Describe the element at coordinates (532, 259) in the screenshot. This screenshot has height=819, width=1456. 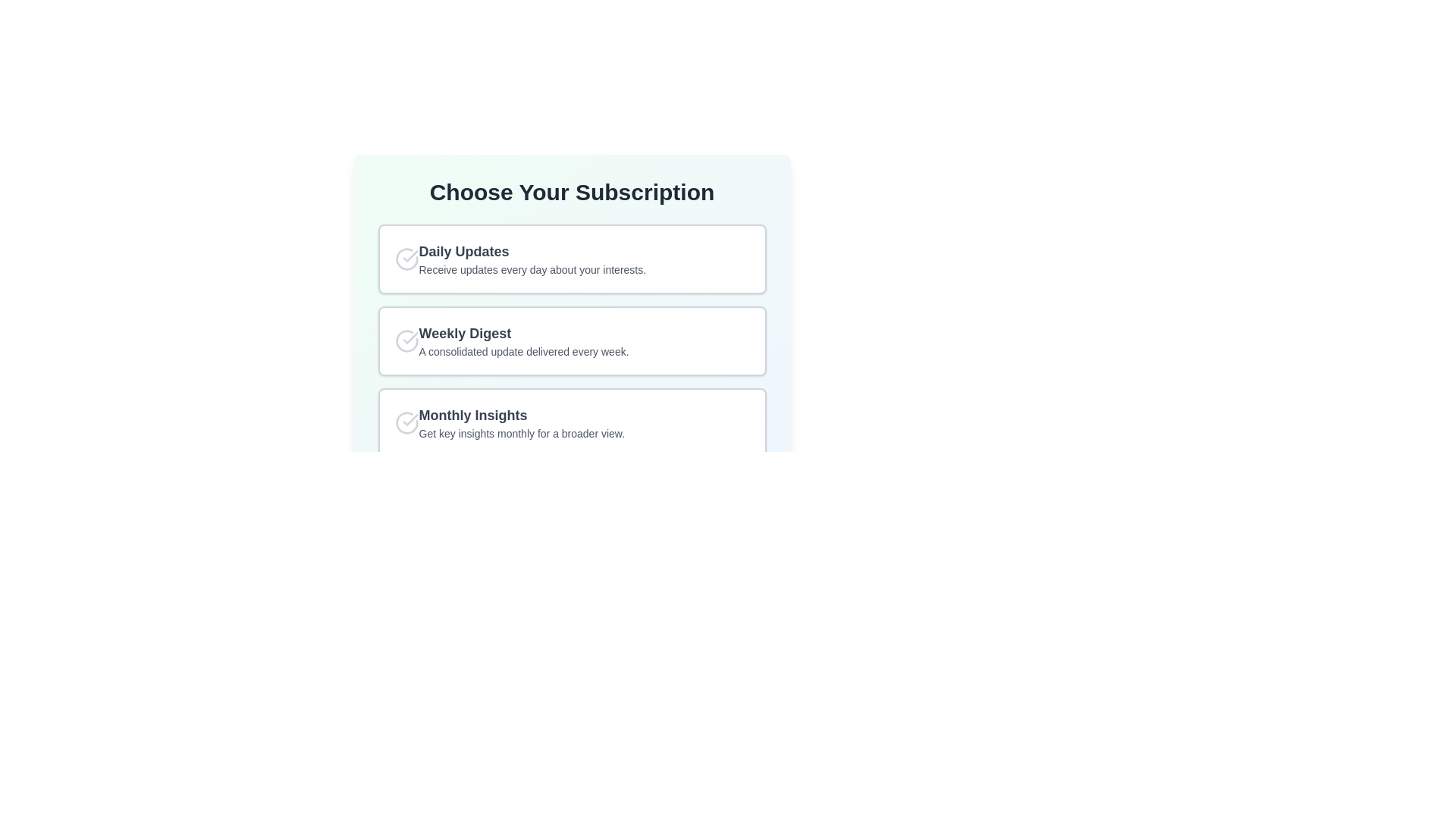
I see `text element titled 'Daily Updates' which provides a description about receiving daily updates on interests` at that location.